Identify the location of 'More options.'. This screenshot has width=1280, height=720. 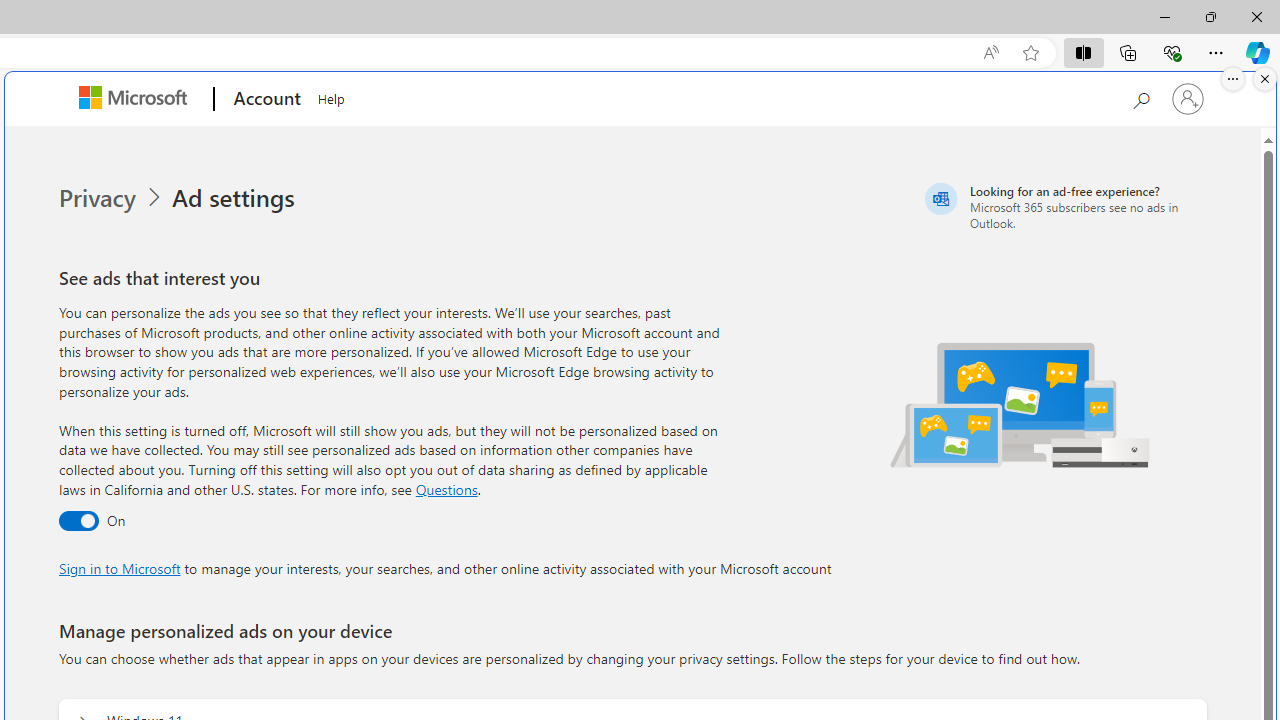
(1232, 78).